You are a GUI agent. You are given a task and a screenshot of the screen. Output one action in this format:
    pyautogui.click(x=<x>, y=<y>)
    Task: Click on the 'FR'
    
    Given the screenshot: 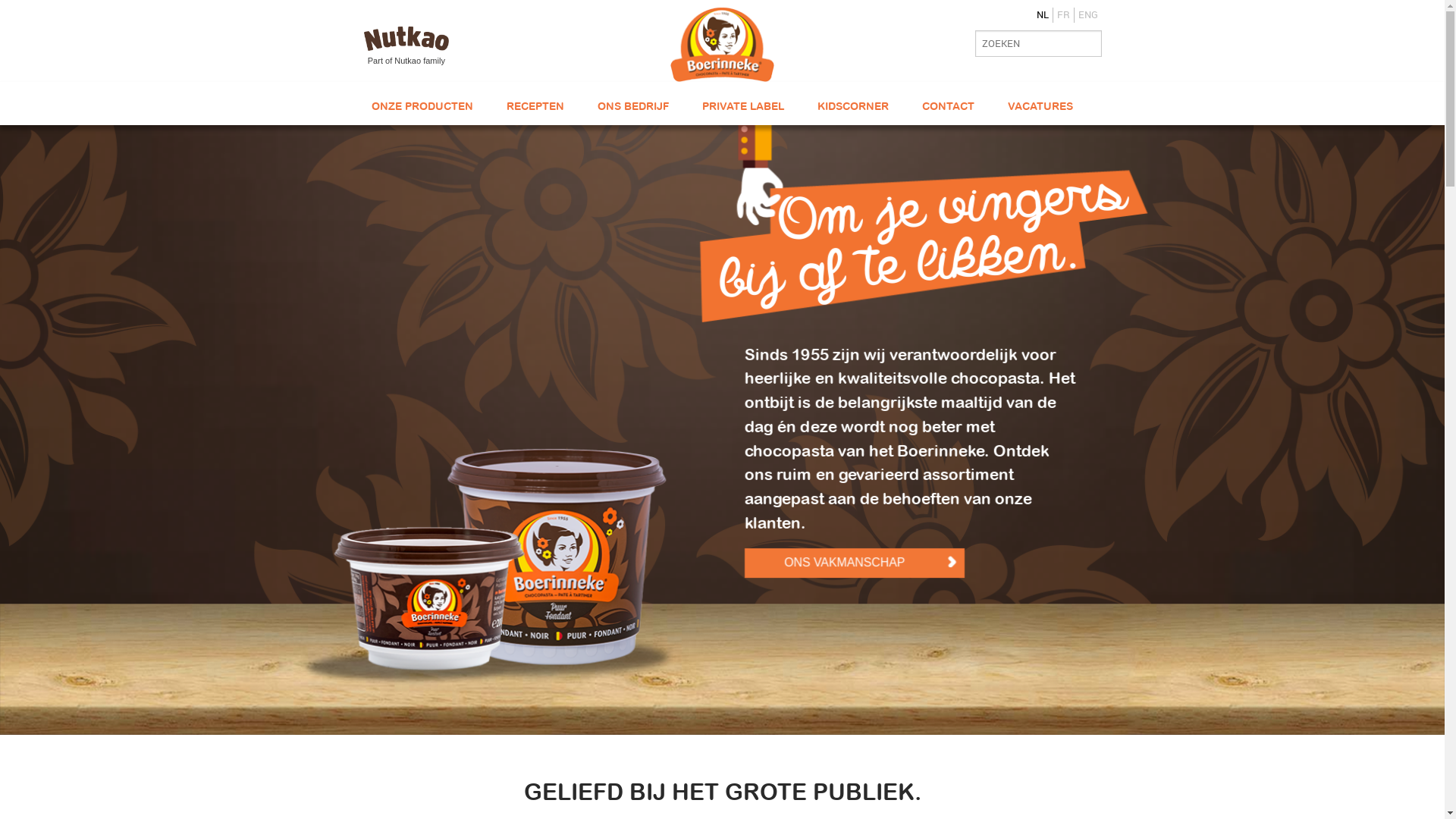 What is the action you would take?
    pyautogui.click(x=1062, y=14)
    